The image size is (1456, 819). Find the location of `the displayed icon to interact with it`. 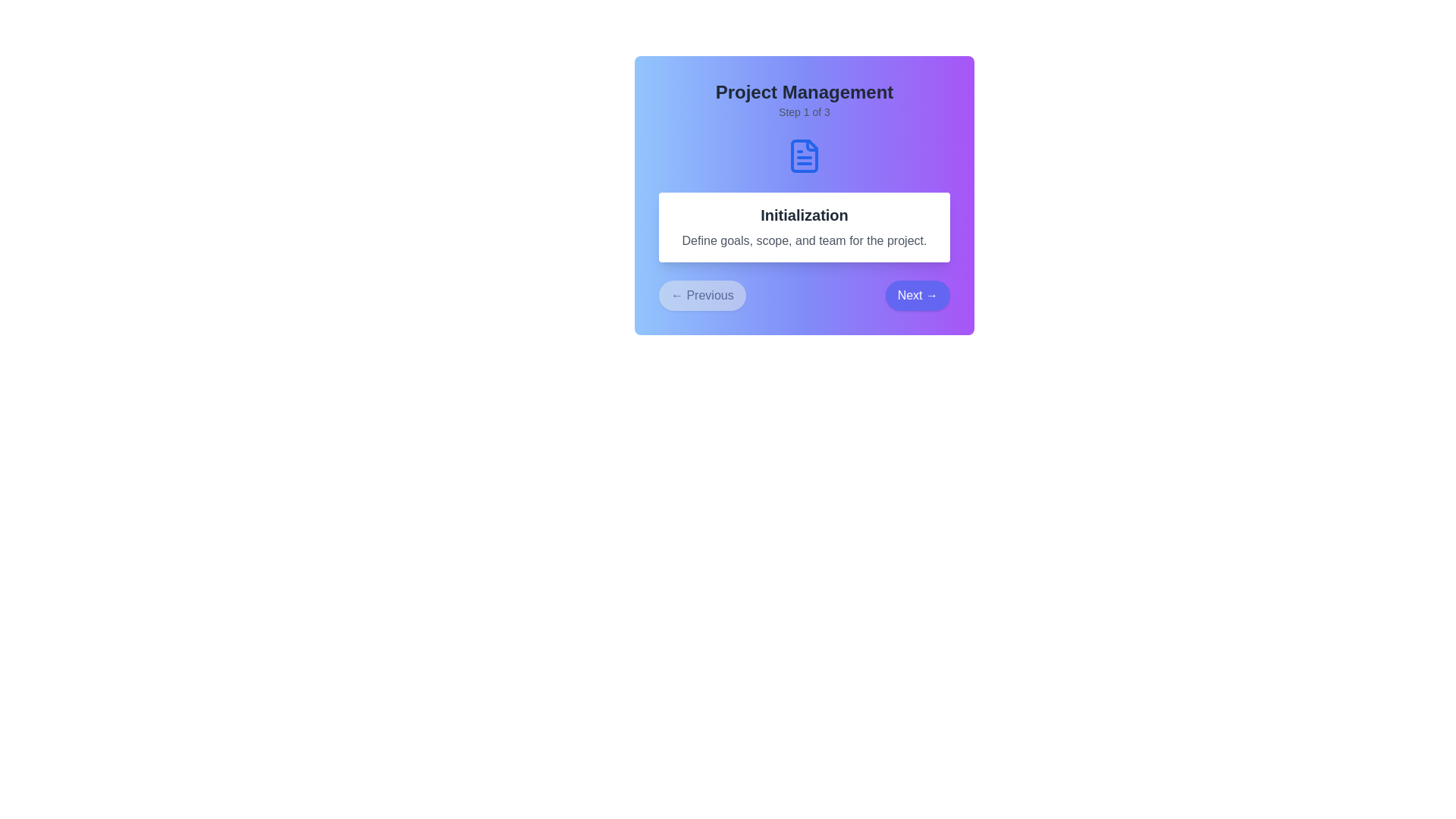

the displayed icon to interact with it is located at coordinates (803, 155).